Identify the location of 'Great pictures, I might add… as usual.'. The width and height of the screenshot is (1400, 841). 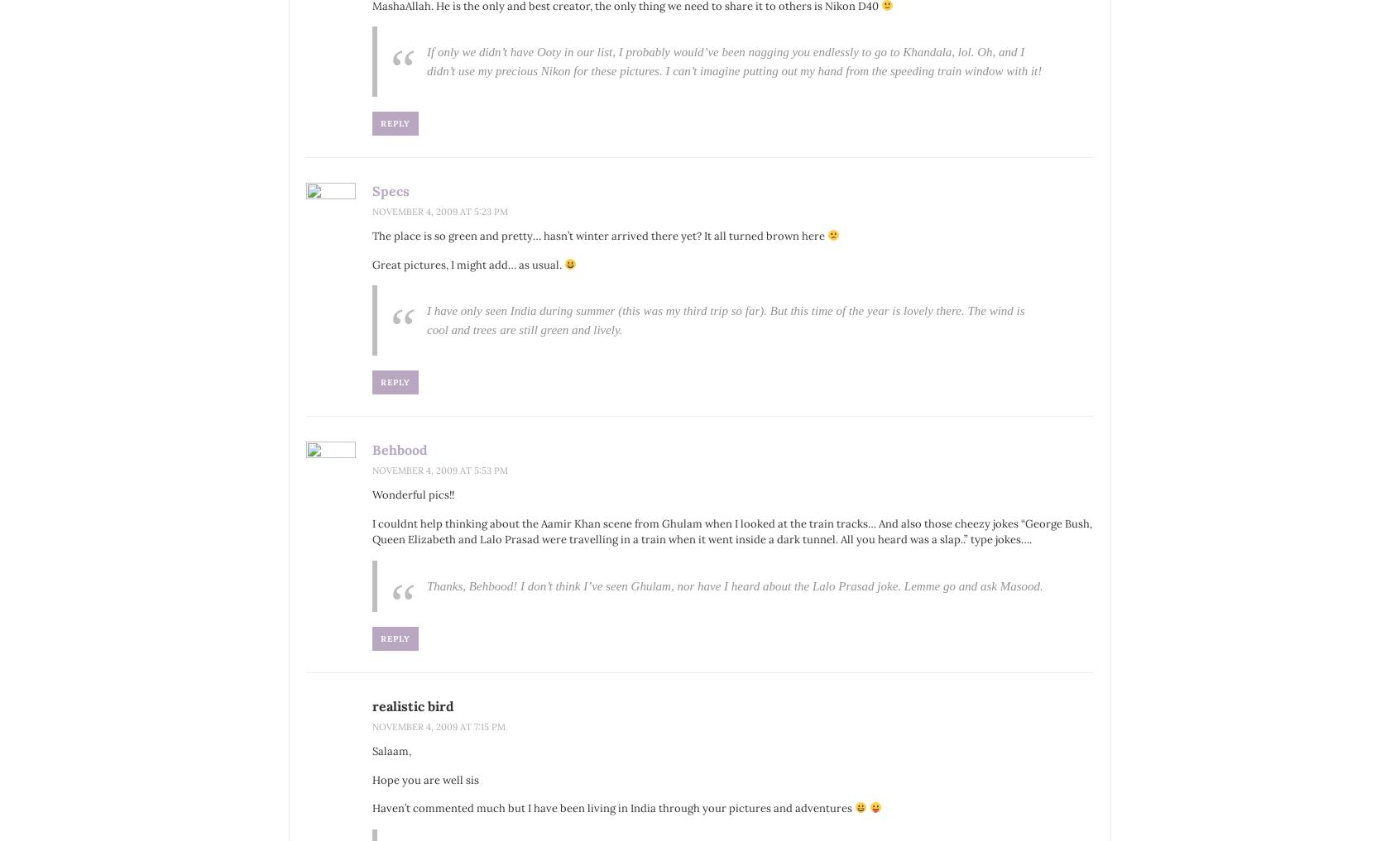
(467, 264).